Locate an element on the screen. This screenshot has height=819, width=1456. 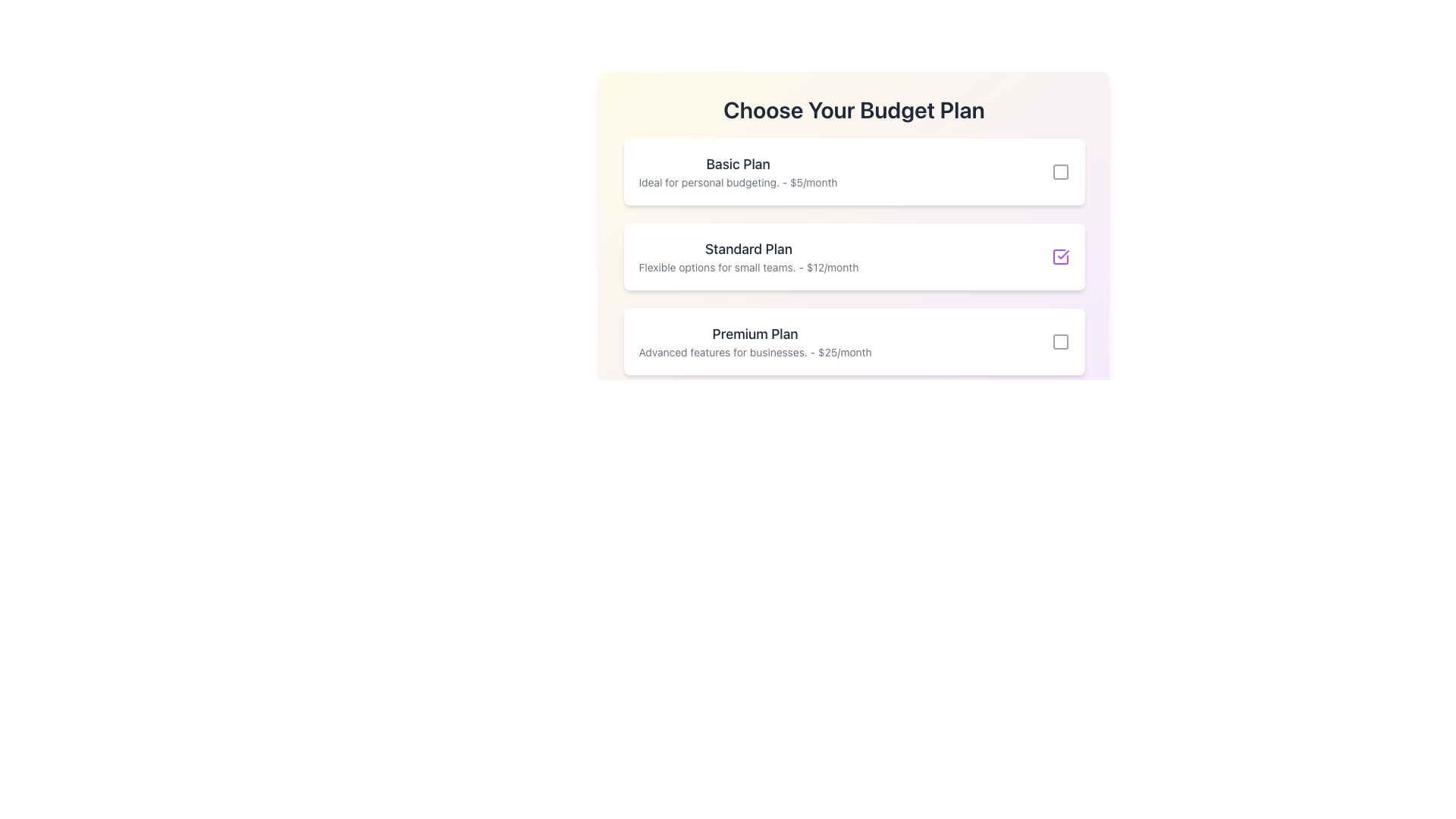
the text label that reads 'Ideal for personal budgeting. - $5/month', which is located below the heading 'Basic Plan' in the first plan option section is located at coordinates (738, 181).